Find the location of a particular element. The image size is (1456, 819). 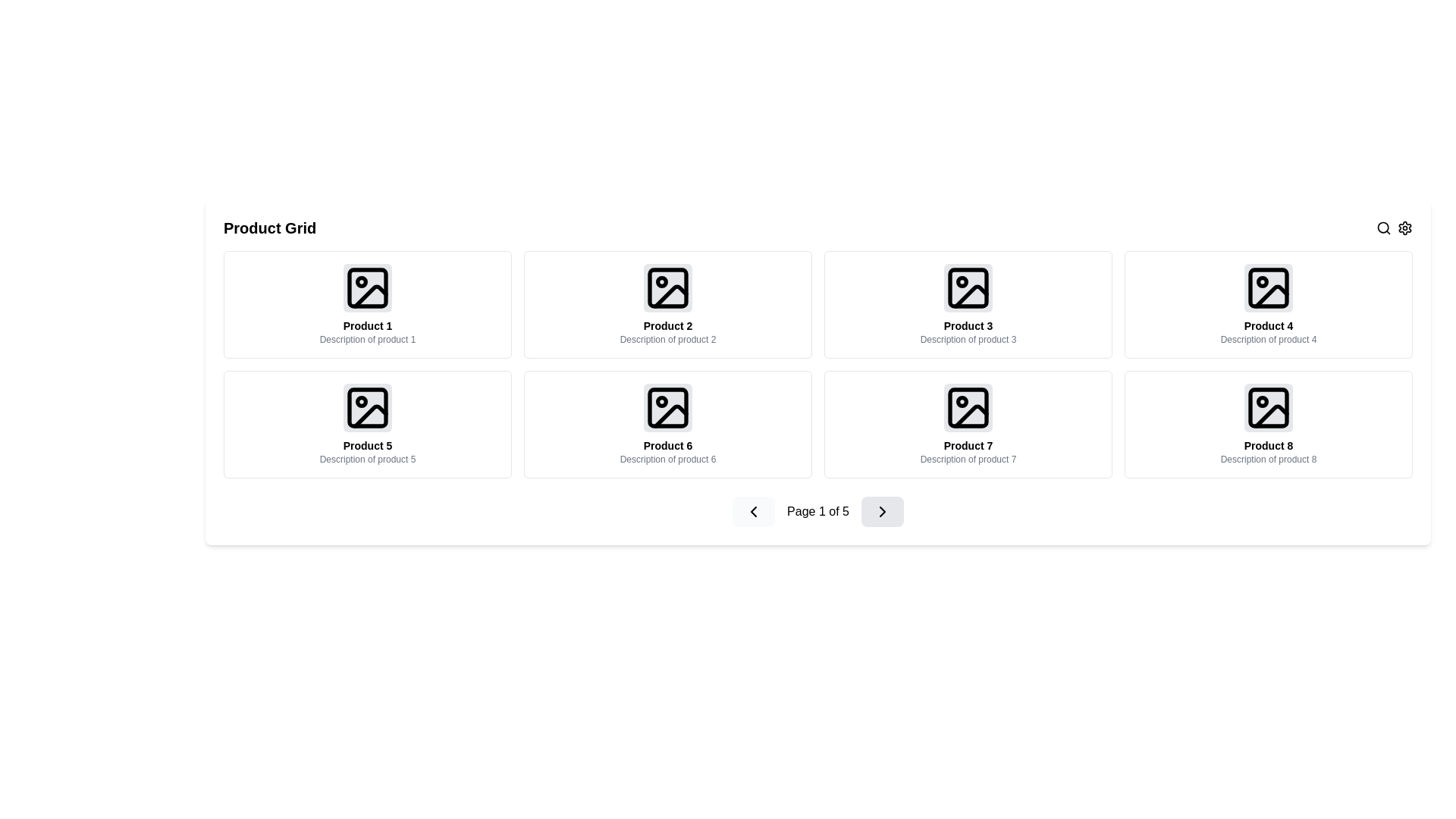

SVG rectangle element representing the photo placeholder for 'Product 7' located in the second row and third column of the grid layout, to check its dimensions or styling is located at coordinates (967, 406).